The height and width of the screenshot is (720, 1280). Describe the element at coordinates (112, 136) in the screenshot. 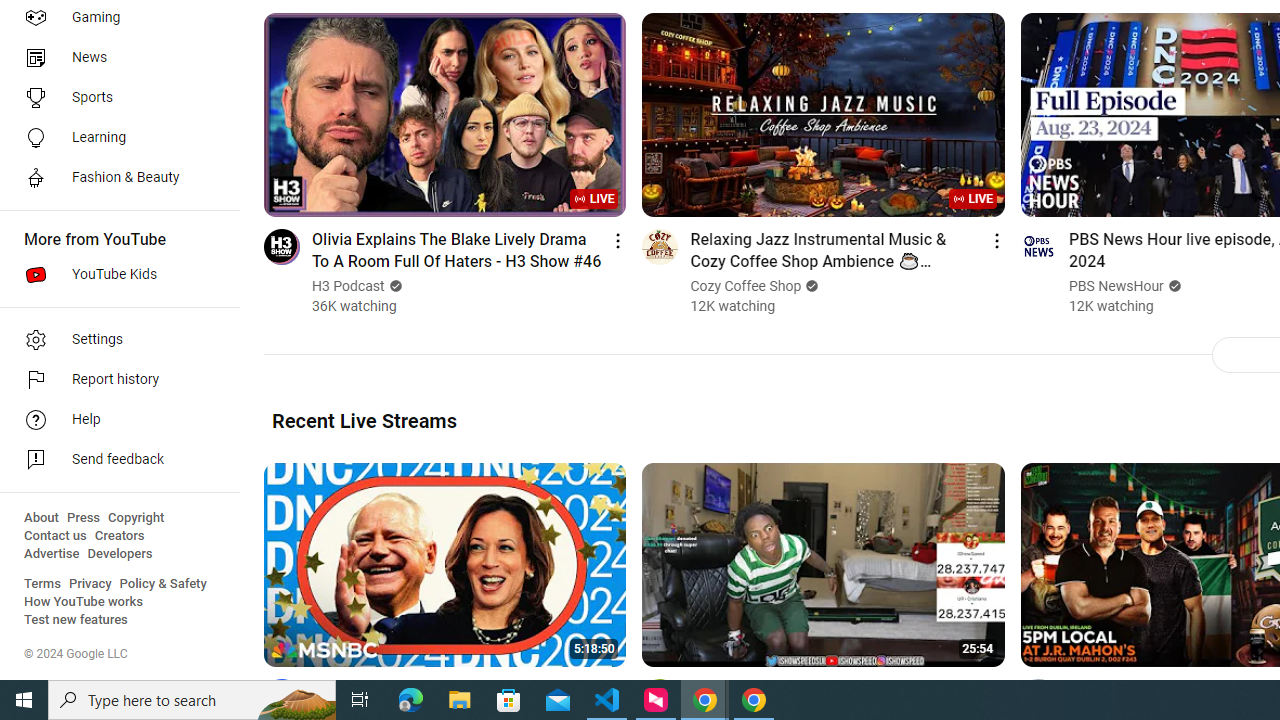

I see `'Learning'` at that location.